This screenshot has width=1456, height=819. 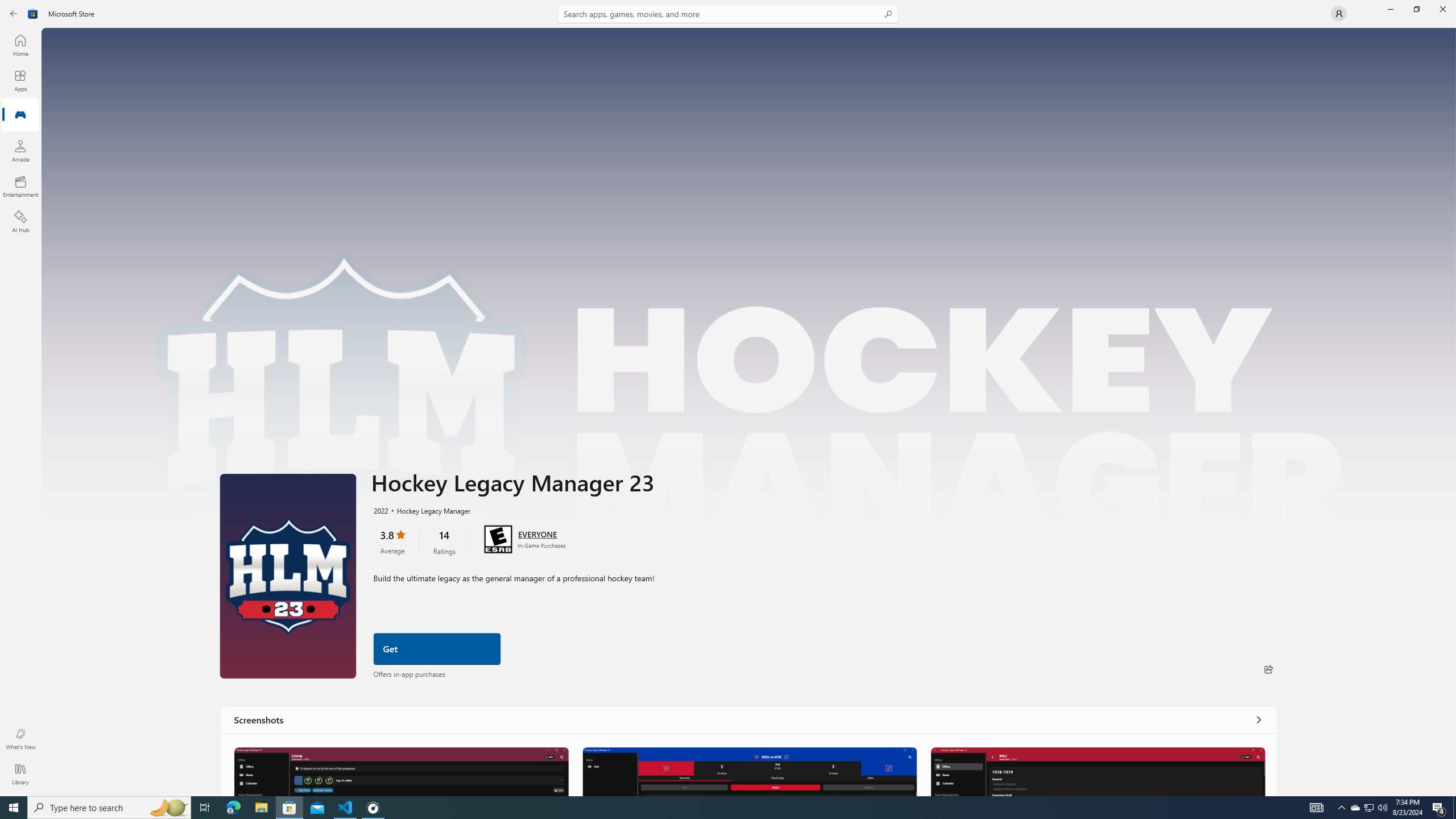 I want to click on 'Back', so click(x=14, y=13).